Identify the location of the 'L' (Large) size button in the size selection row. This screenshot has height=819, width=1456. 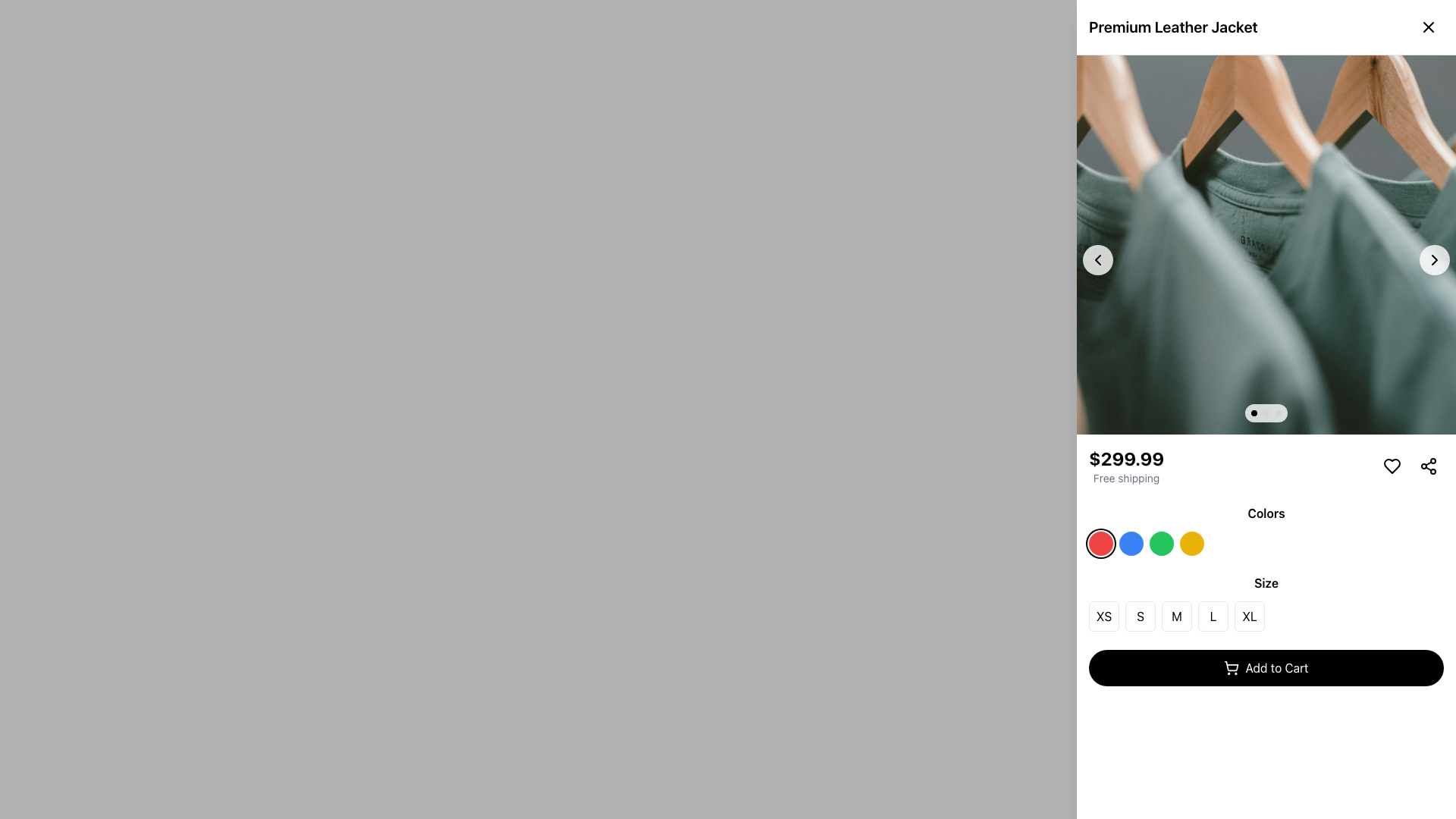
(1212, 617).